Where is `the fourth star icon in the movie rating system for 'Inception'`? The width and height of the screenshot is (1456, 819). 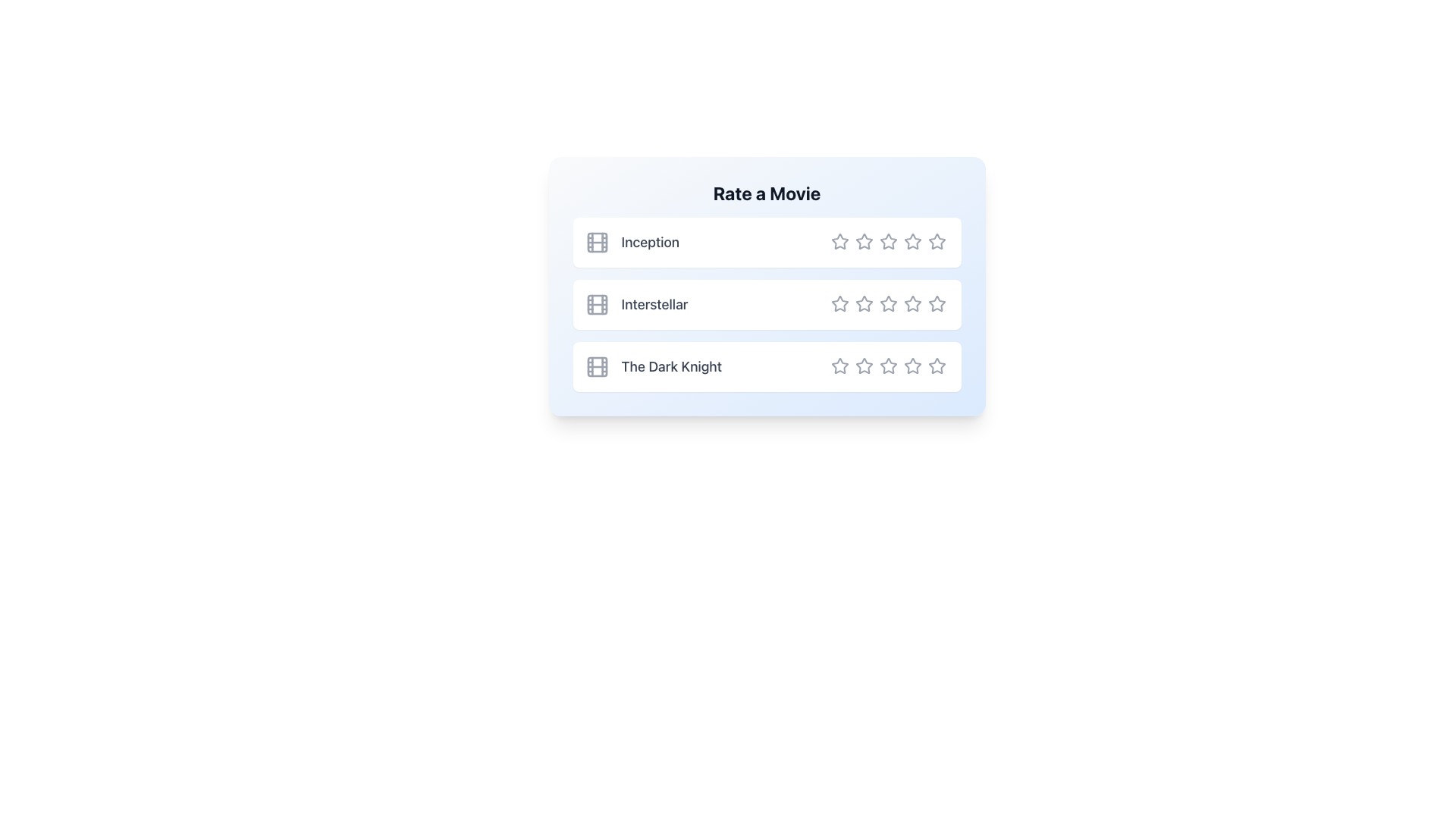
the fourth star icon in the movie rating system for 'Inception' is located at coordinates (912, 241).